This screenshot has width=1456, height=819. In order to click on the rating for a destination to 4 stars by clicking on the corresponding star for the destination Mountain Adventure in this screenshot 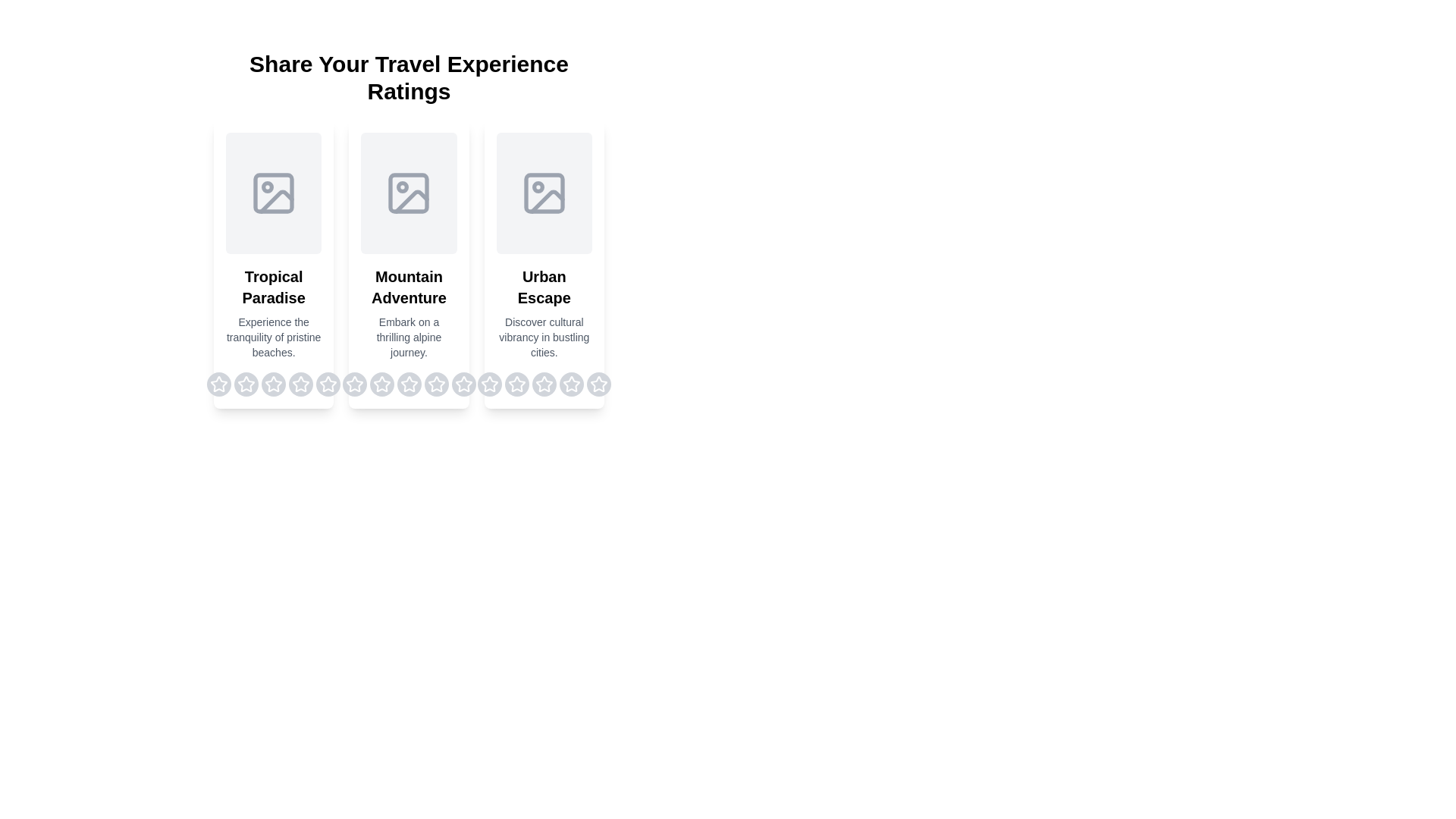, I will do `click(435, 383)`.